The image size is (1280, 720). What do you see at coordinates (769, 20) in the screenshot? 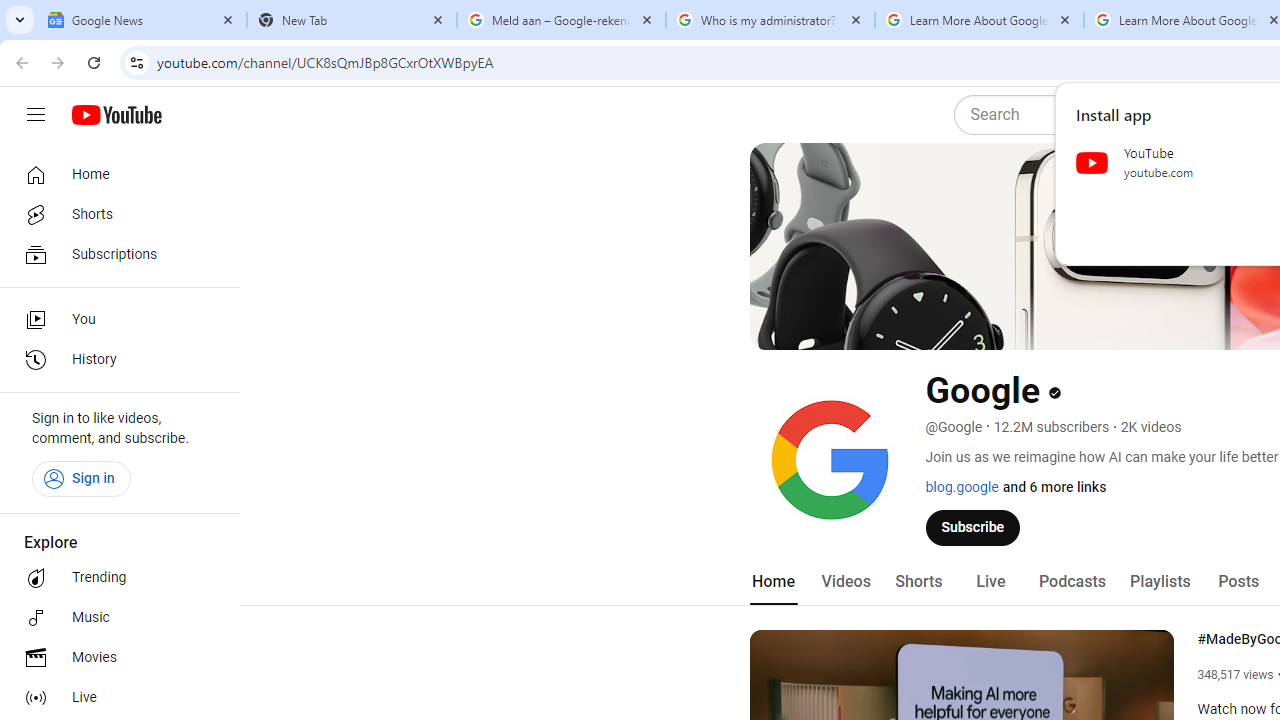
I see `'Who is my administrator? - Google Account Help'` at bounding box center [769, 20].